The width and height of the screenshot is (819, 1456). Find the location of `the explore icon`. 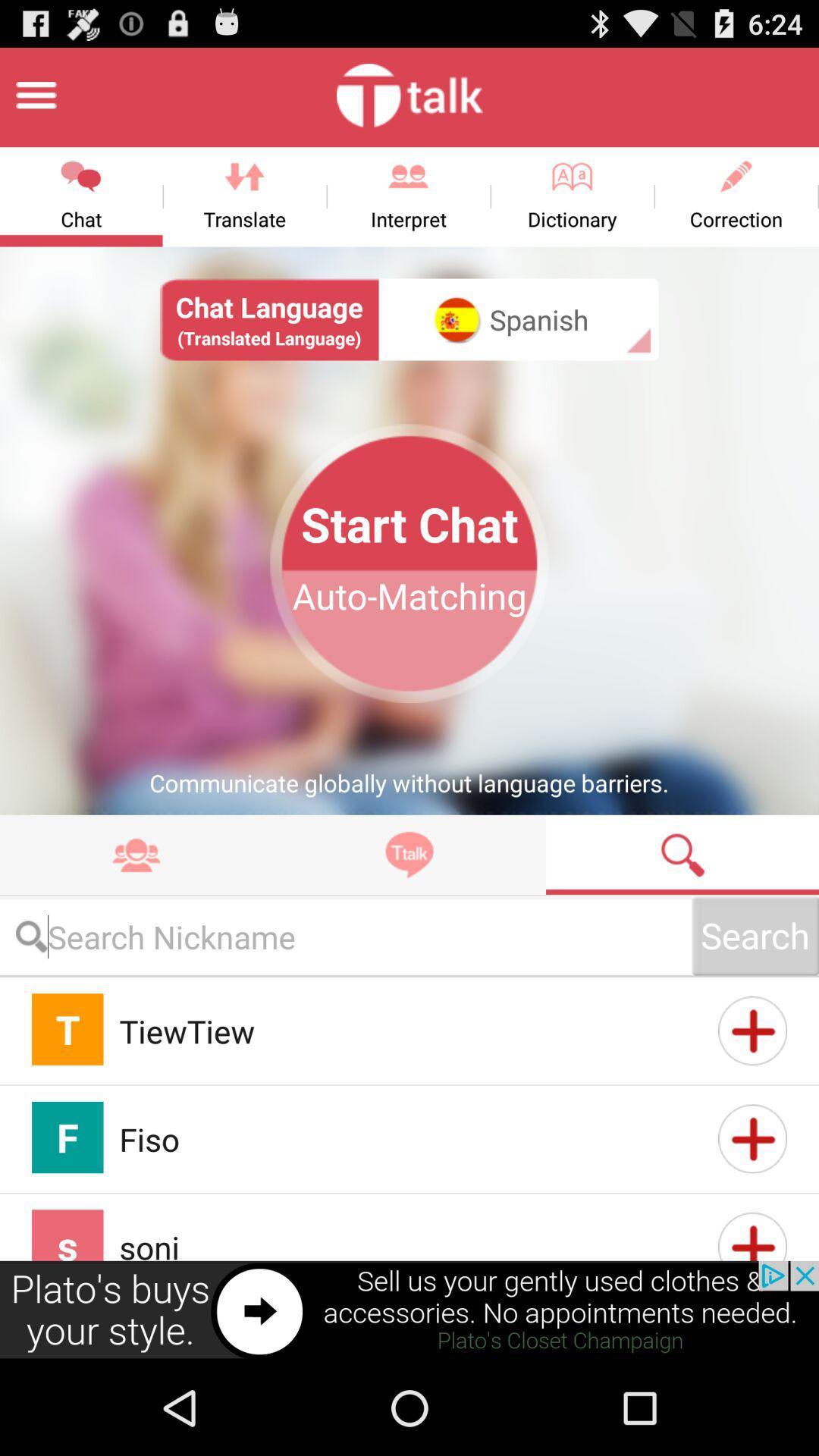

the explore icon is located at coordinates (409, 914).